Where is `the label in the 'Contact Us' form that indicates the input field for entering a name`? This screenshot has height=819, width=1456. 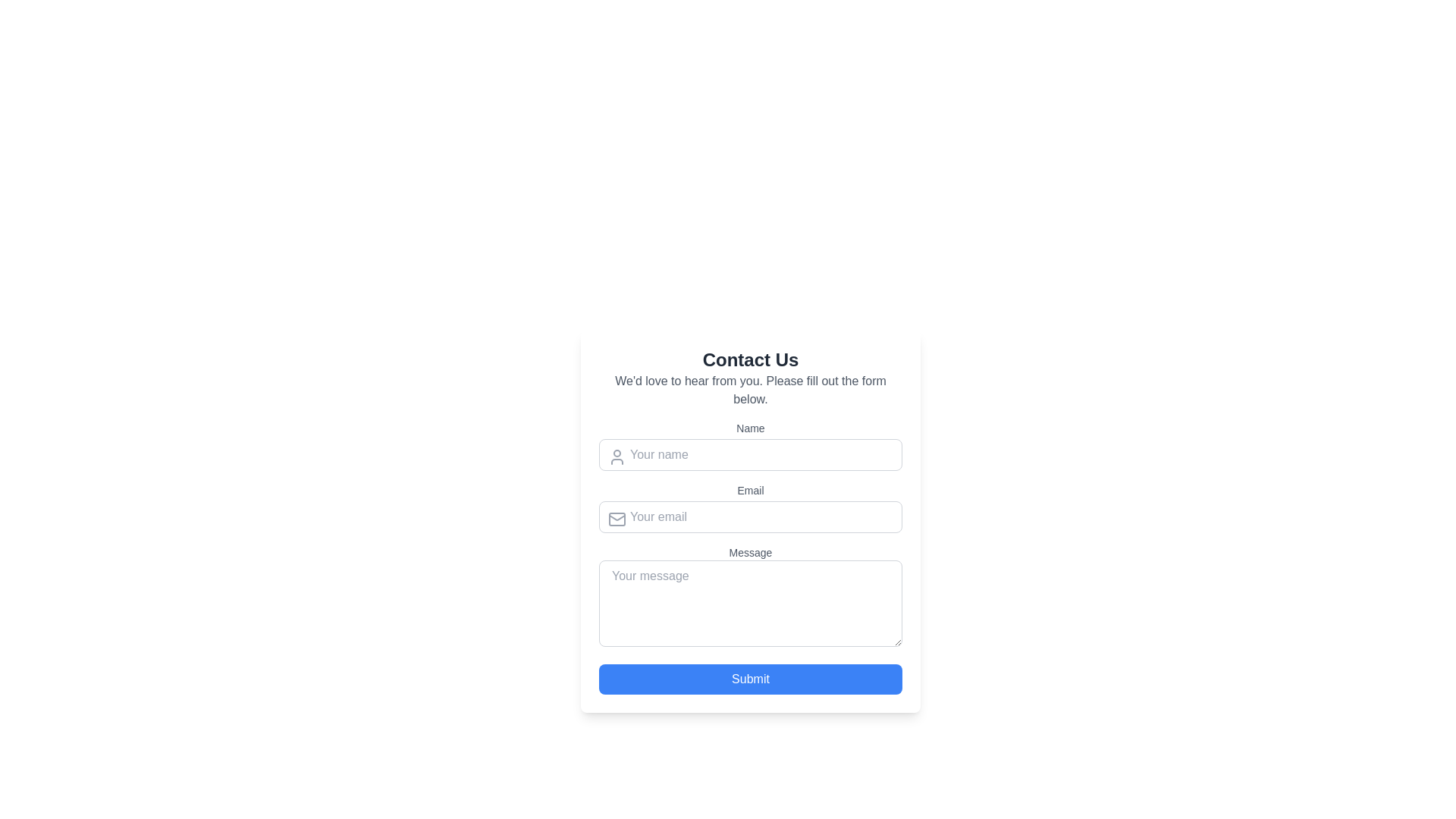
the label in the 'Contact Us' form that indicates the input field for entering a name is located at coordinates (750, 428).